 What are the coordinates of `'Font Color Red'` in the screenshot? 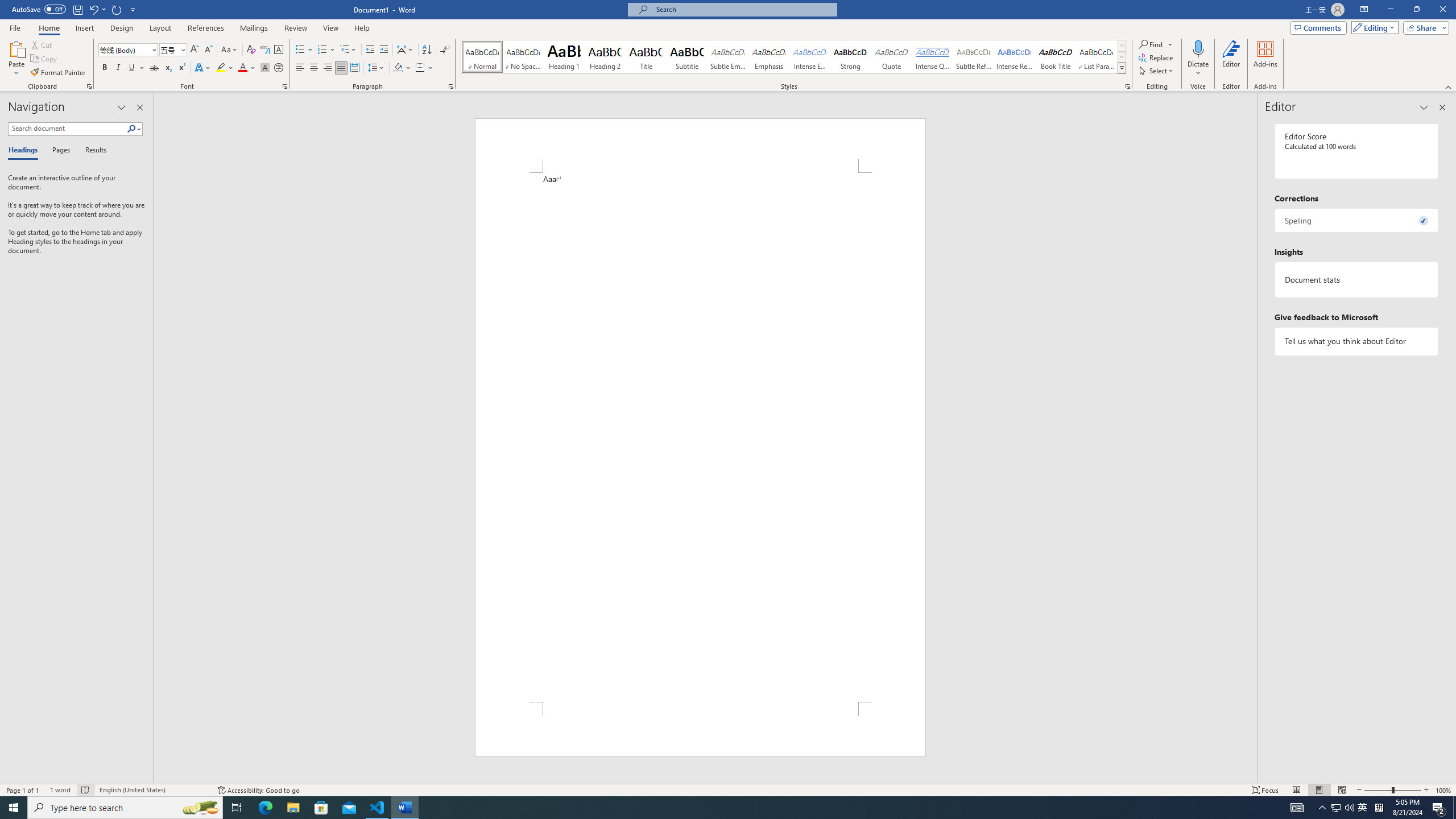 It's located at (242, 67).